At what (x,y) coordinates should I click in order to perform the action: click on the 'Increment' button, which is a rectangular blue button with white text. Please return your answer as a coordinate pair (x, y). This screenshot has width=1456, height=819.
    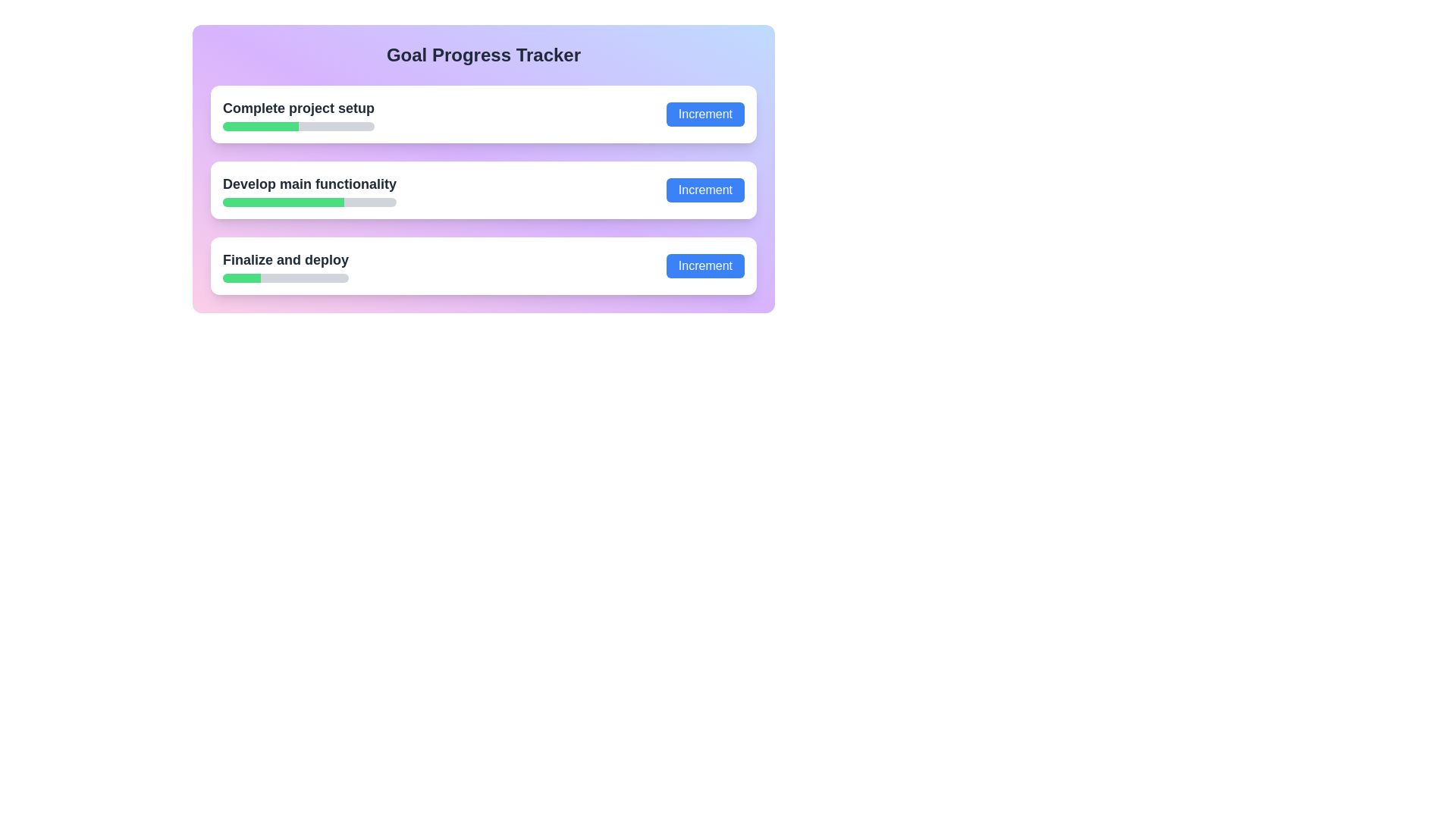
    Looking at the image, I should click on (704, 113).